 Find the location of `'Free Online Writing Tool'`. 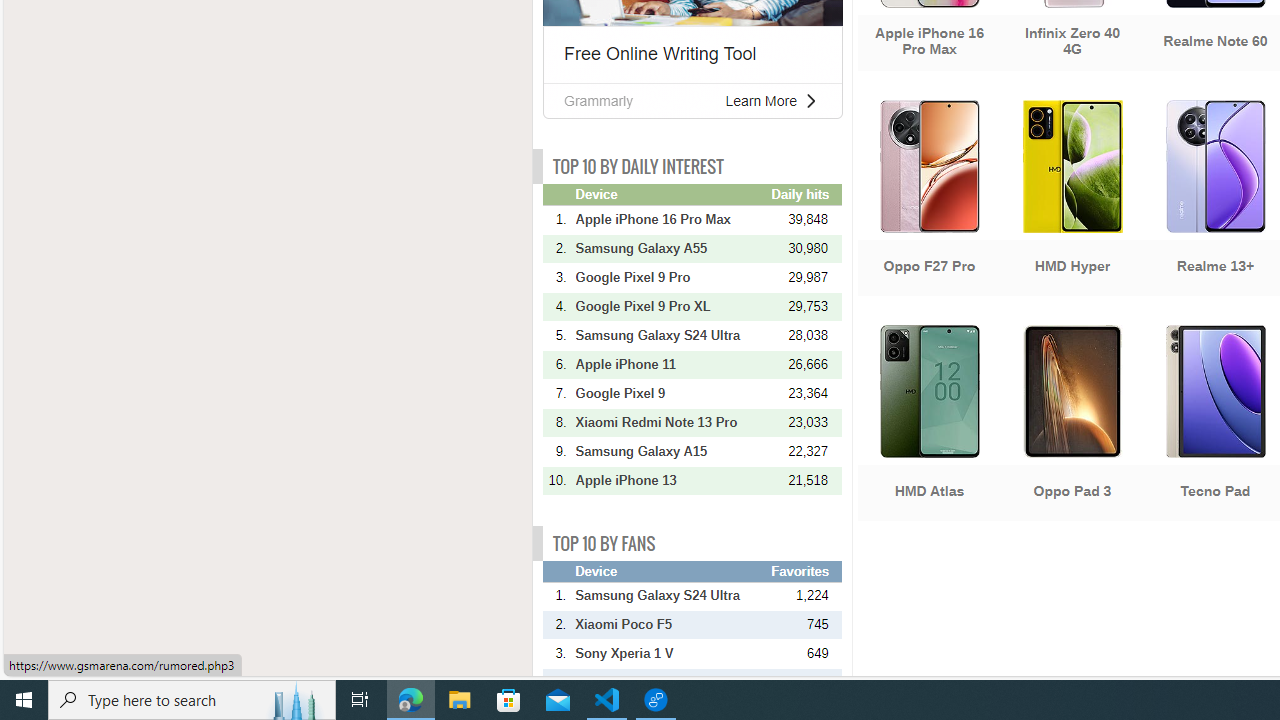

'Free Online Writing Tool' is located at coordinates (659, 52).